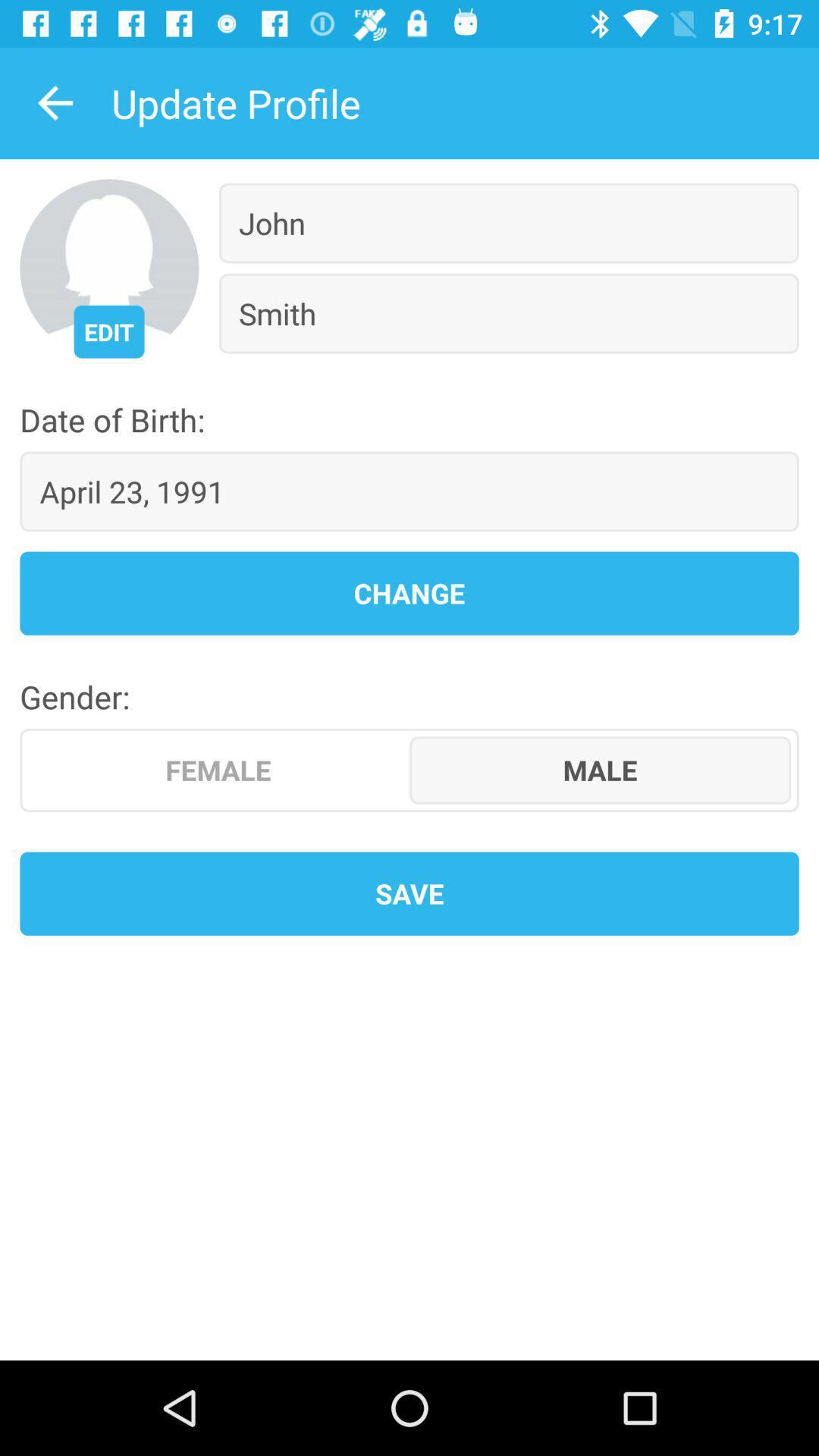  Describe the element at coordinates (599, 770) in the screenshot. I see `icon above save icon` at that location.